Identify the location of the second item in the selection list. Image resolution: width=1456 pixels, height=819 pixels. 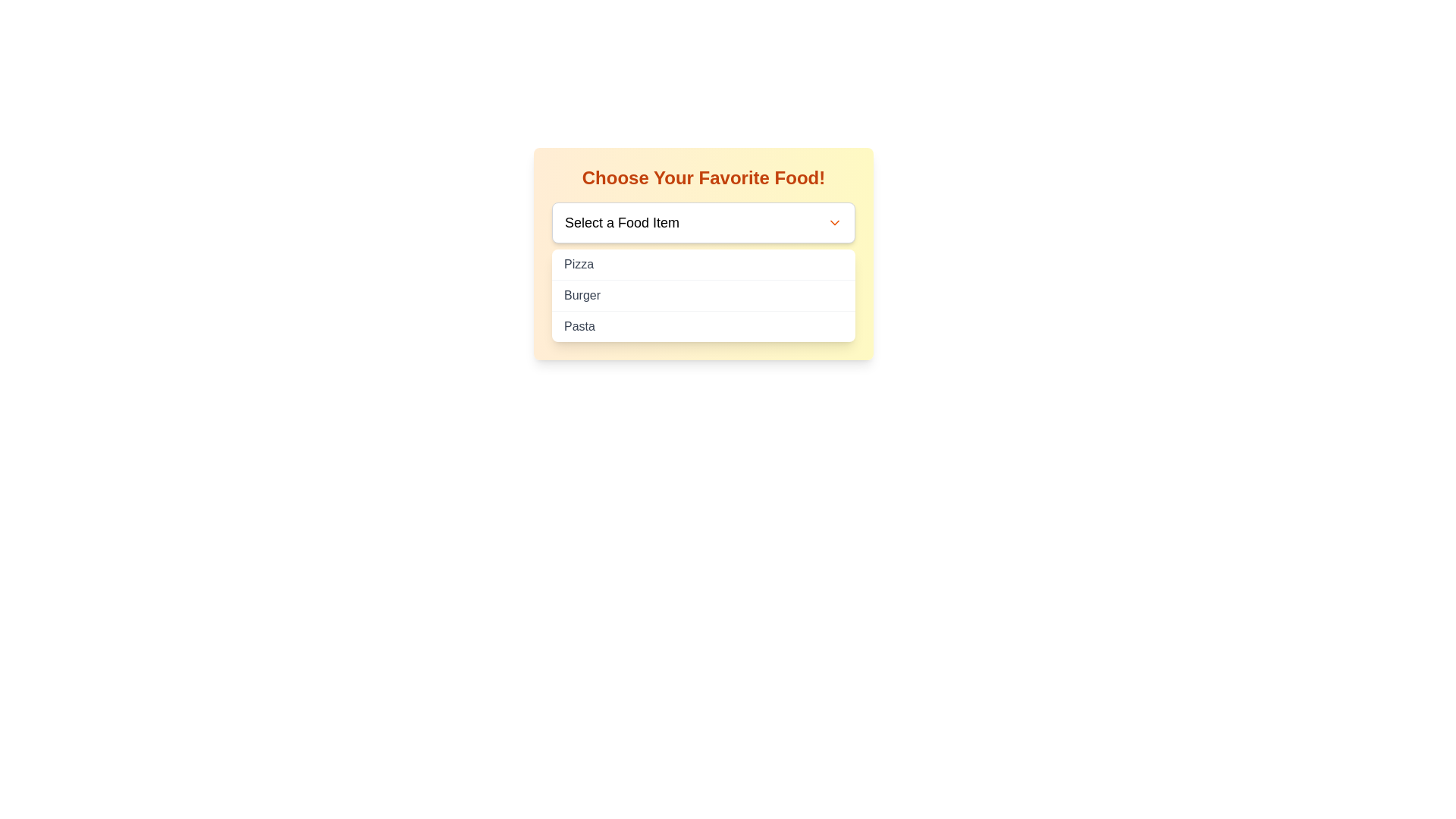
(702, 295).